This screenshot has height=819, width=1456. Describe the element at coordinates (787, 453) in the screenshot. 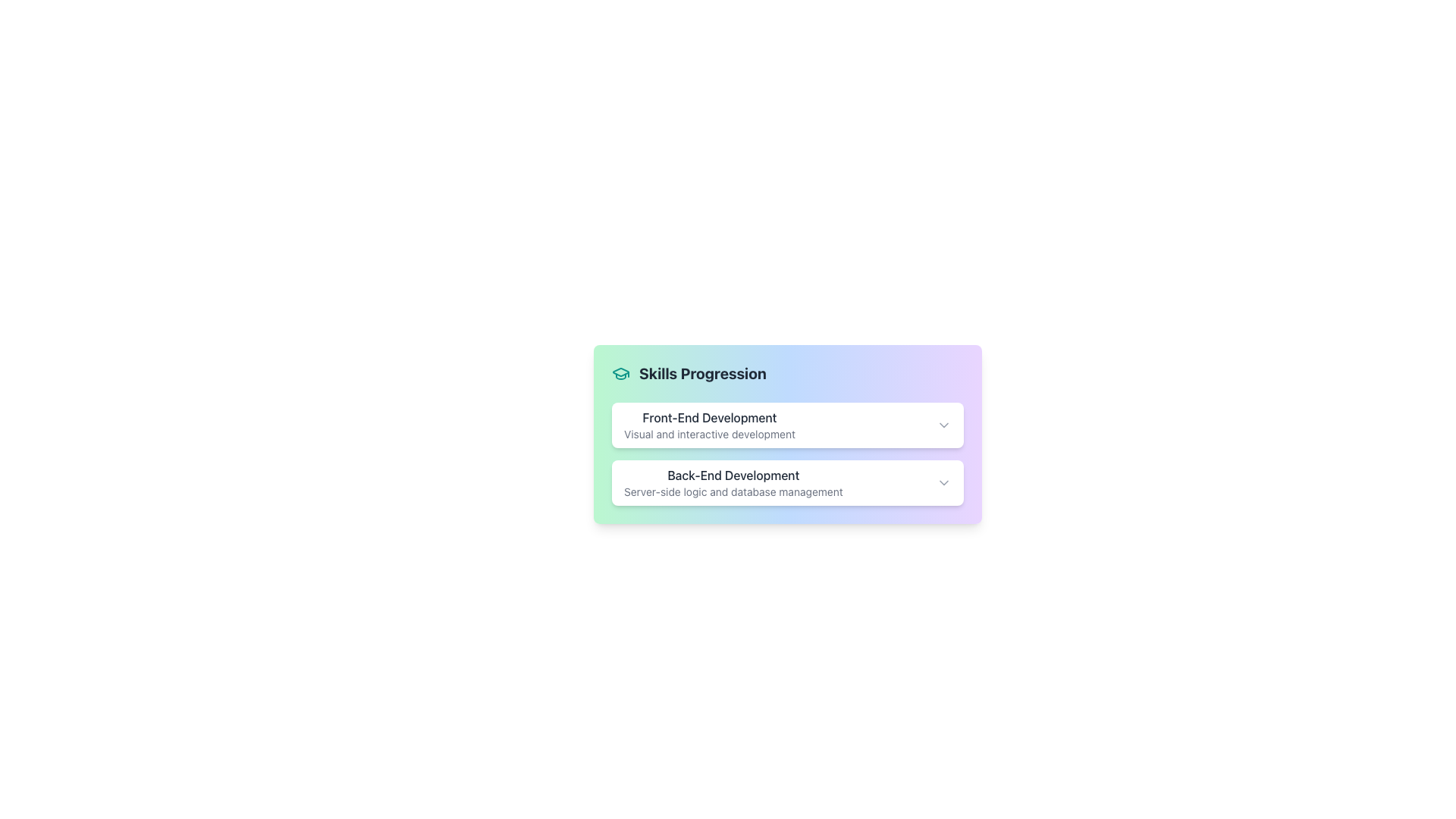

I see `textual content of the second Collapsible List Item in the 'Skills Progression' section, which describes 'Back-End Development'` at that location.